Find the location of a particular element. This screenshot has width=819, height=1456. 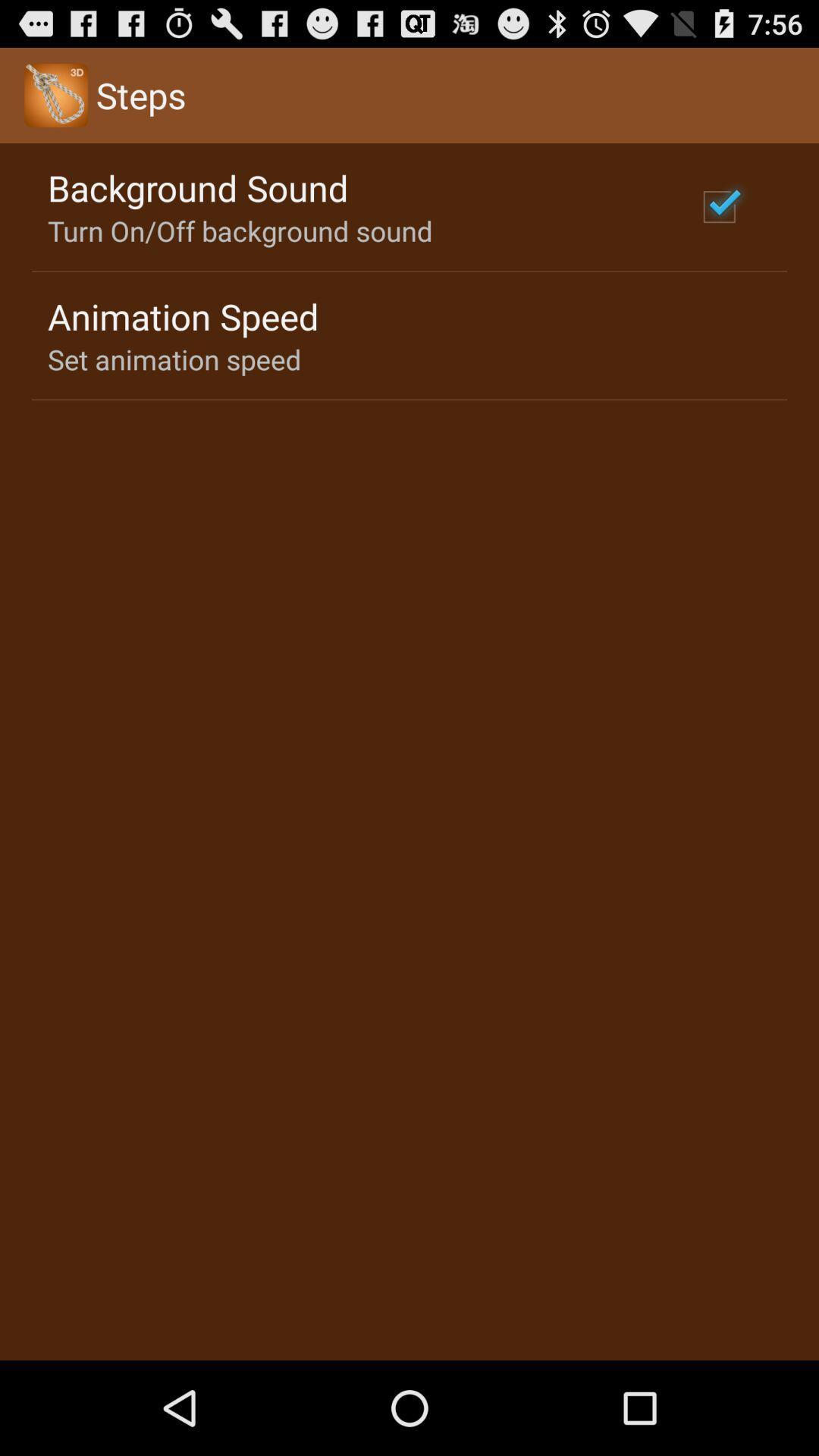

the icon below the background sound is located at coordinates (239, 230).